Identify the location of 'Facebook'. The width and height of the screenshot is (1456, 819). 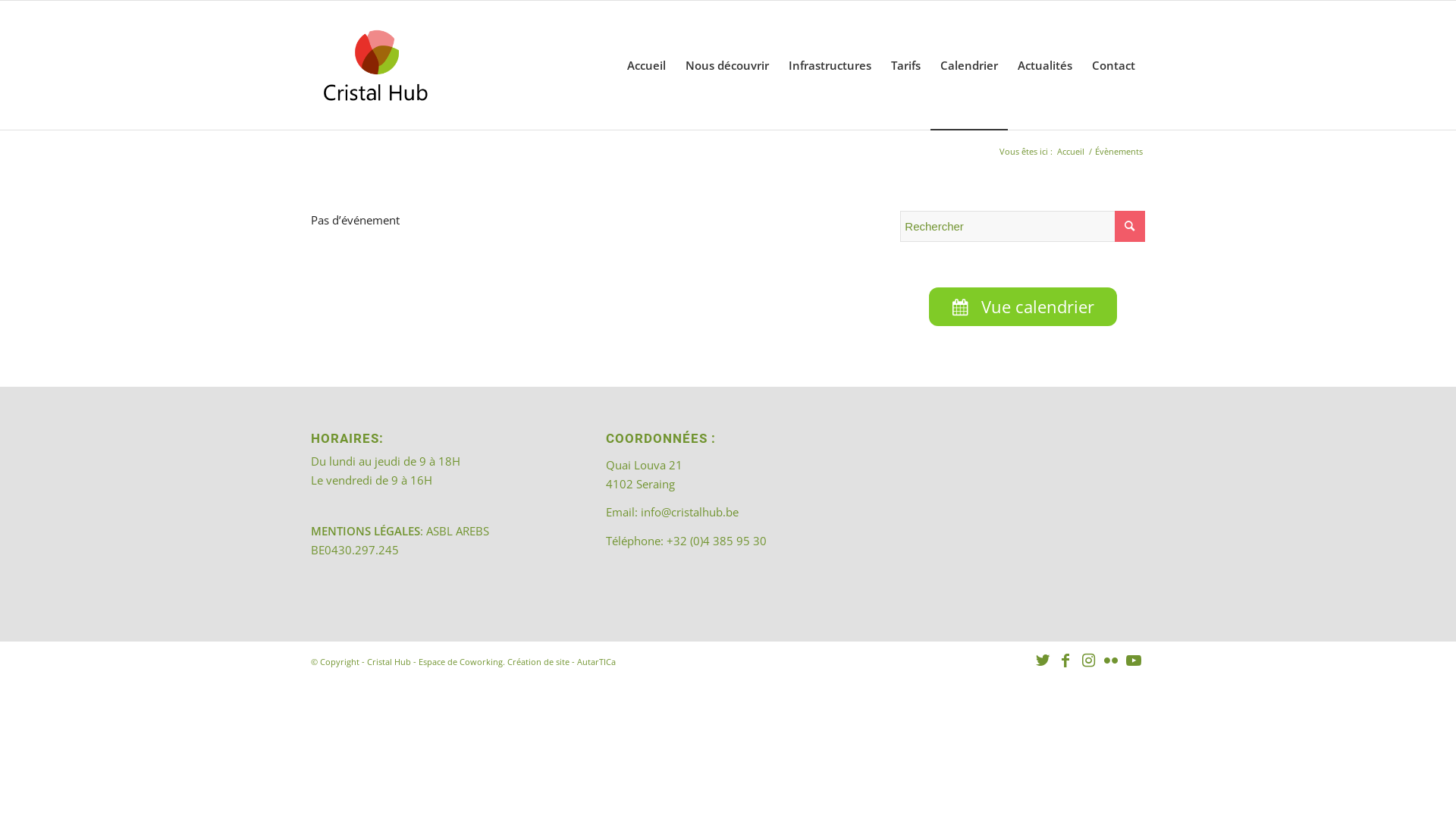
(1065, 660).